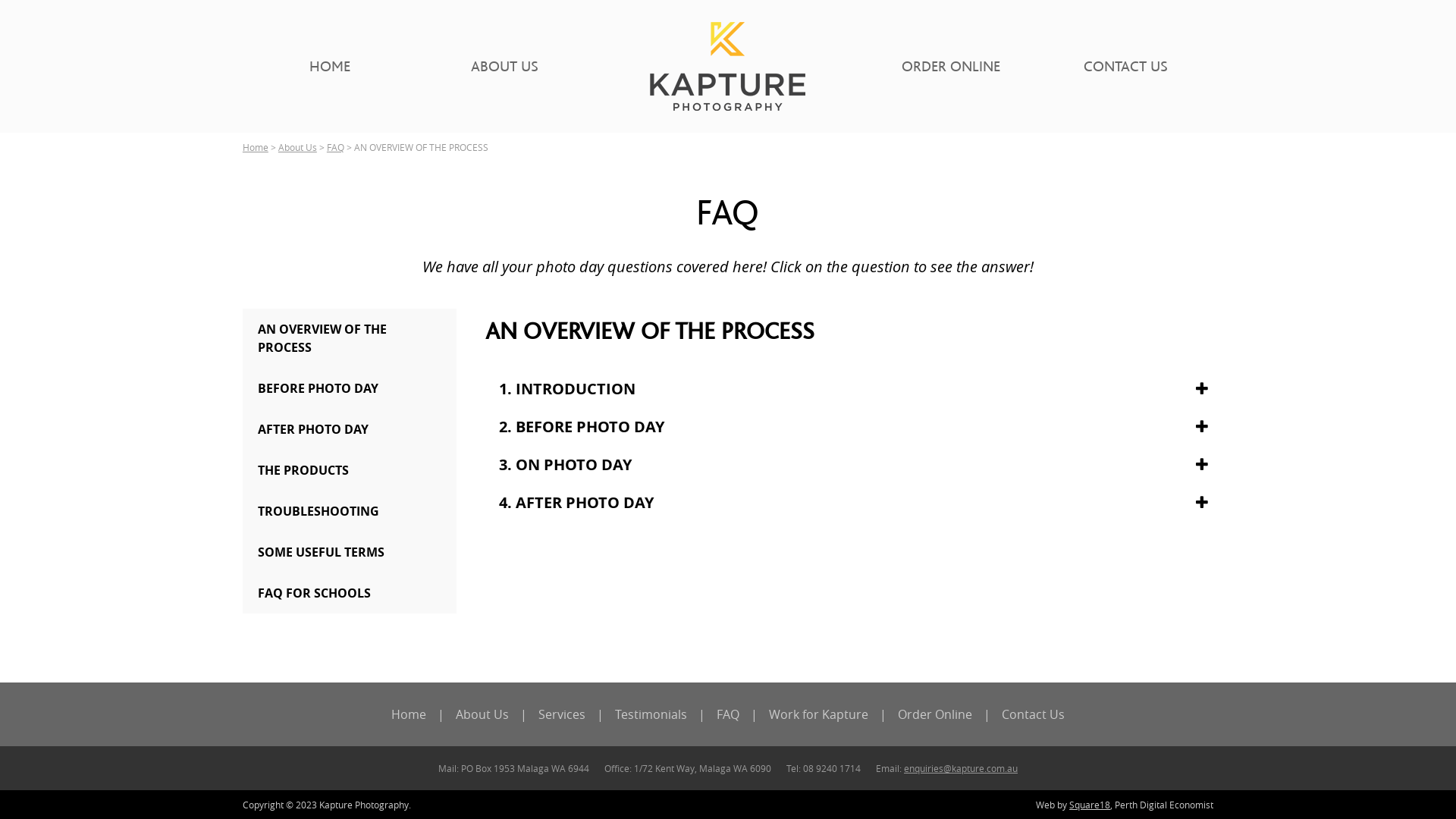 Image resolution: width=1456 pixels, height=819 pixels. Describe the element at coordinates (348, 337) in the screenshot. I see `'AN OVERVIEW OF THE PROCESS'` at that location.